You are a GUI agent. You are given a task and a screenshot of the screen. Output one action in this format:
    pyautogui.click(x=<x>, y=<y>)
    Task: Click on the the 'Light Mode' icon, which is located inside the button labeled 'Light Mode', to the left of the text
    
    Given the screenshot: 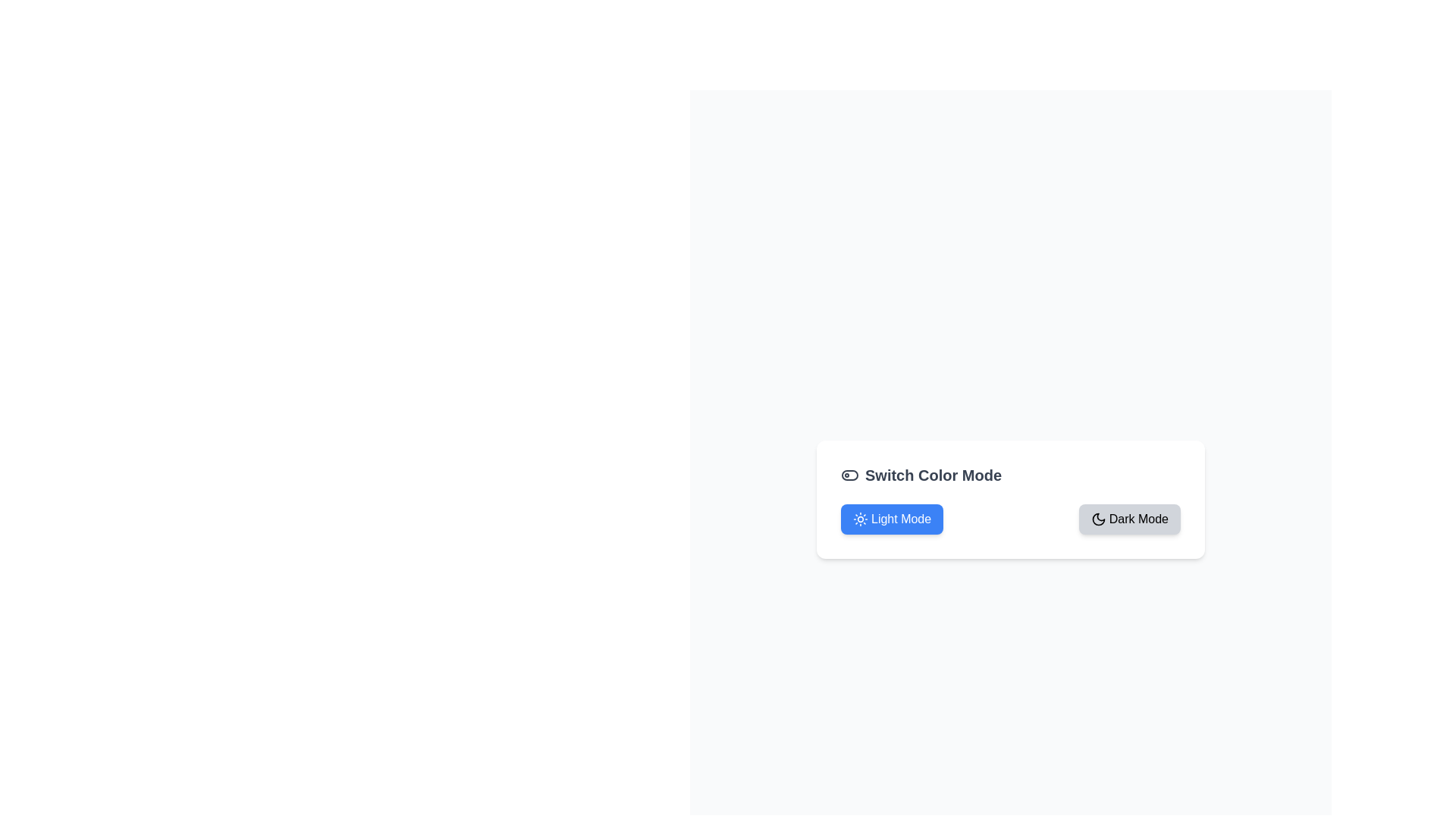 What is the action you would take?
    pyautogui.click(x=860, y=519)
    